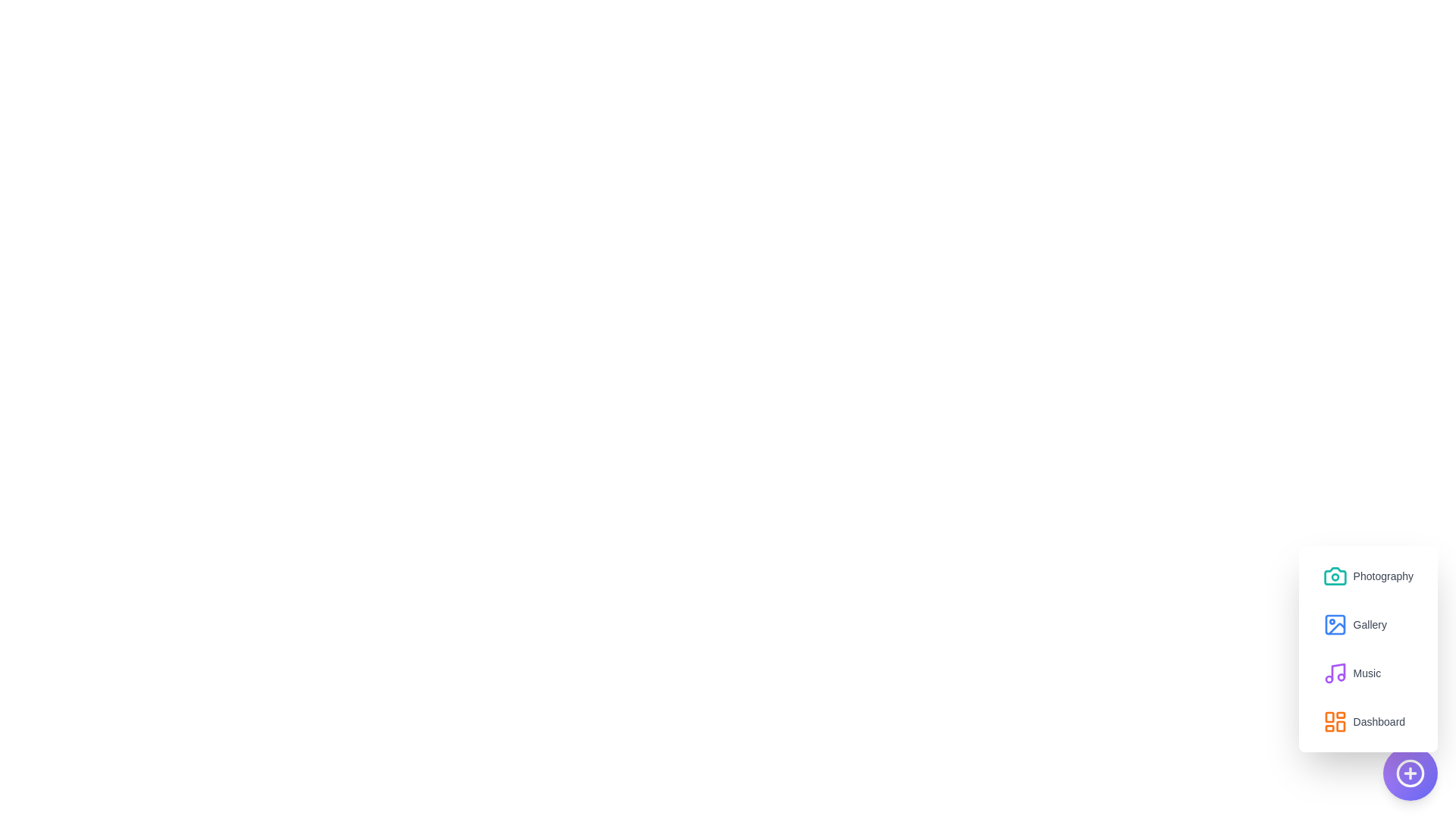 The height and width of the screenshot is (819, 1456). I want to click on the floating action button to toggle the EnhancedSpeedDial menu visibility, so click(1410, 773).